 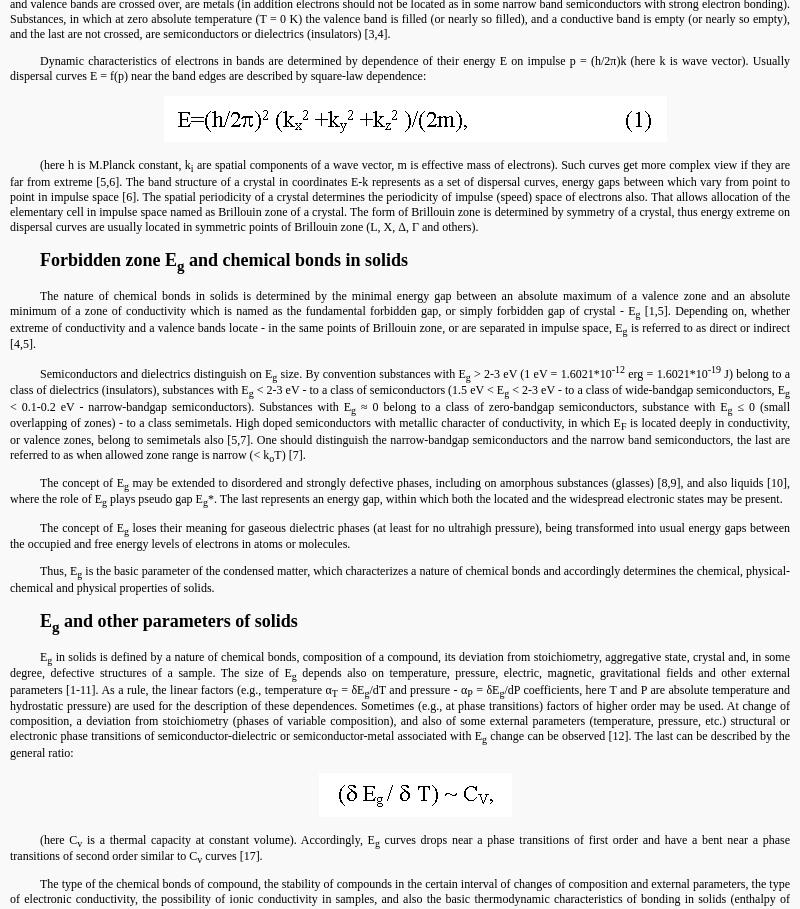 What do you see at coordinates (377, 389) in the screenshot?
I see `'< 2-3 eV - to a class of semiconductors (1.5 eV < E'` at bounding box center [377, 389].